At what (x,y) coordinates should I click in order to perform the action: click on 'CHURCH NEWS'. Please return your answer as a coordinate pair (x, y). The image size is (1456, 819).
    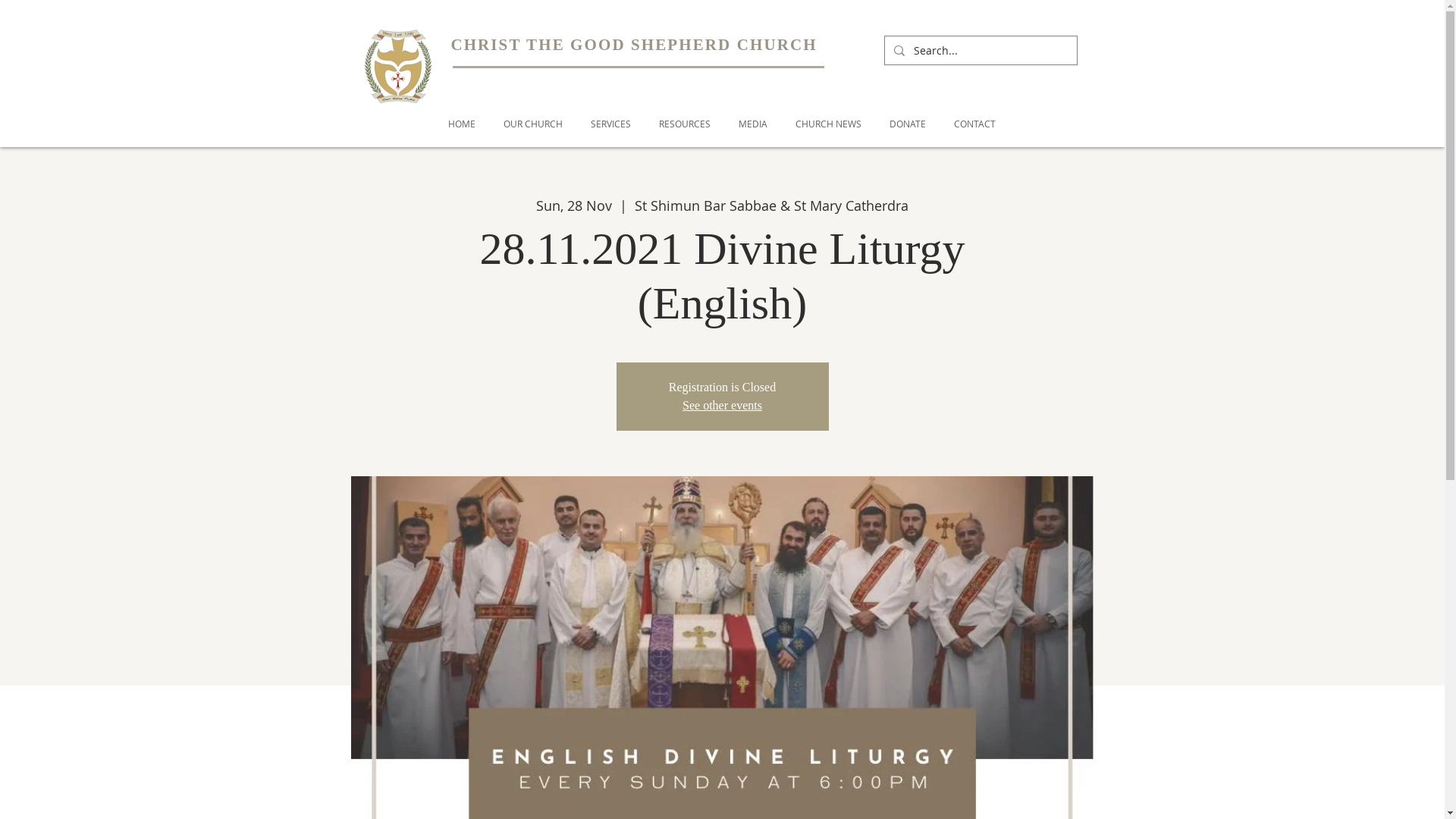
    Looking at the image, I should click on (827, 123).